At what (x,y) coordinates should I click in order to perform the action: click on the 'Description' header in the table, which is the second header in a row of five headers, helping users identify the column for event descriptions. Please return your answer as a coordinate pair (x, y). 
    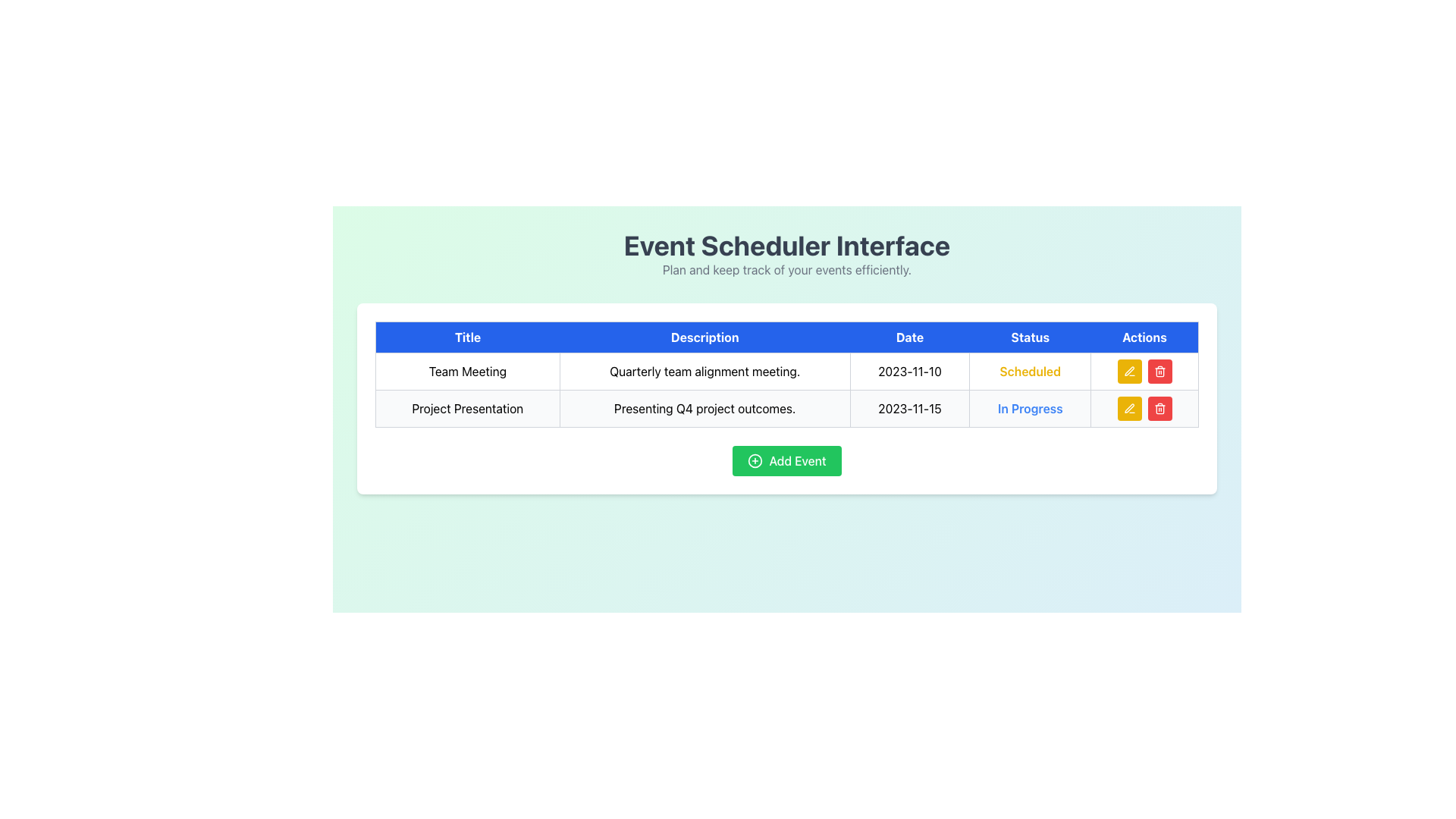
    Looking at the image, I should click on (704, 336).